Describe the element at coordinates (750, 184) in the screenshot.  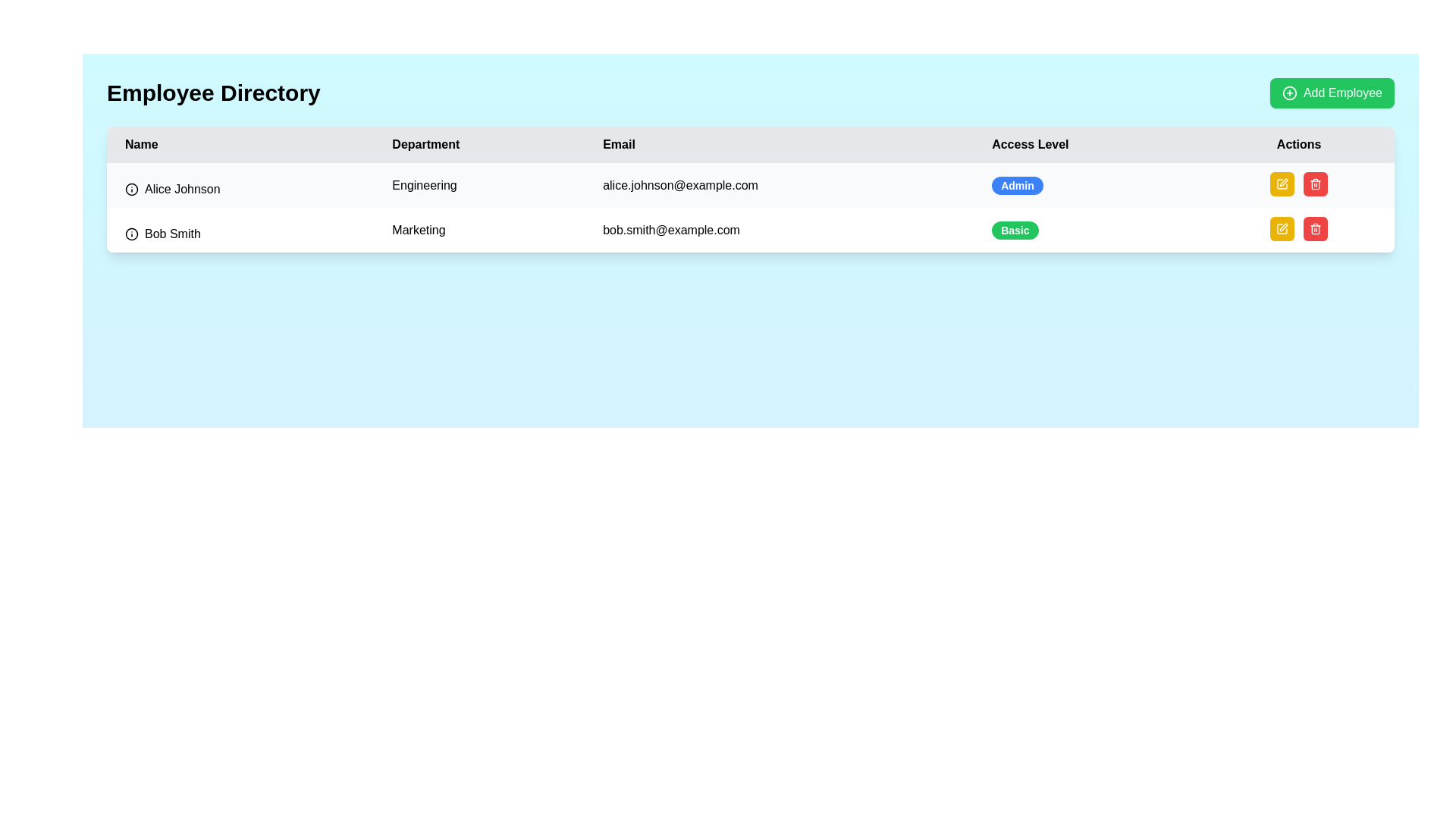
I see `the first row of the employee table that displays details for 'Alice Johnson', including her department, email, access level, and actions` at that location.